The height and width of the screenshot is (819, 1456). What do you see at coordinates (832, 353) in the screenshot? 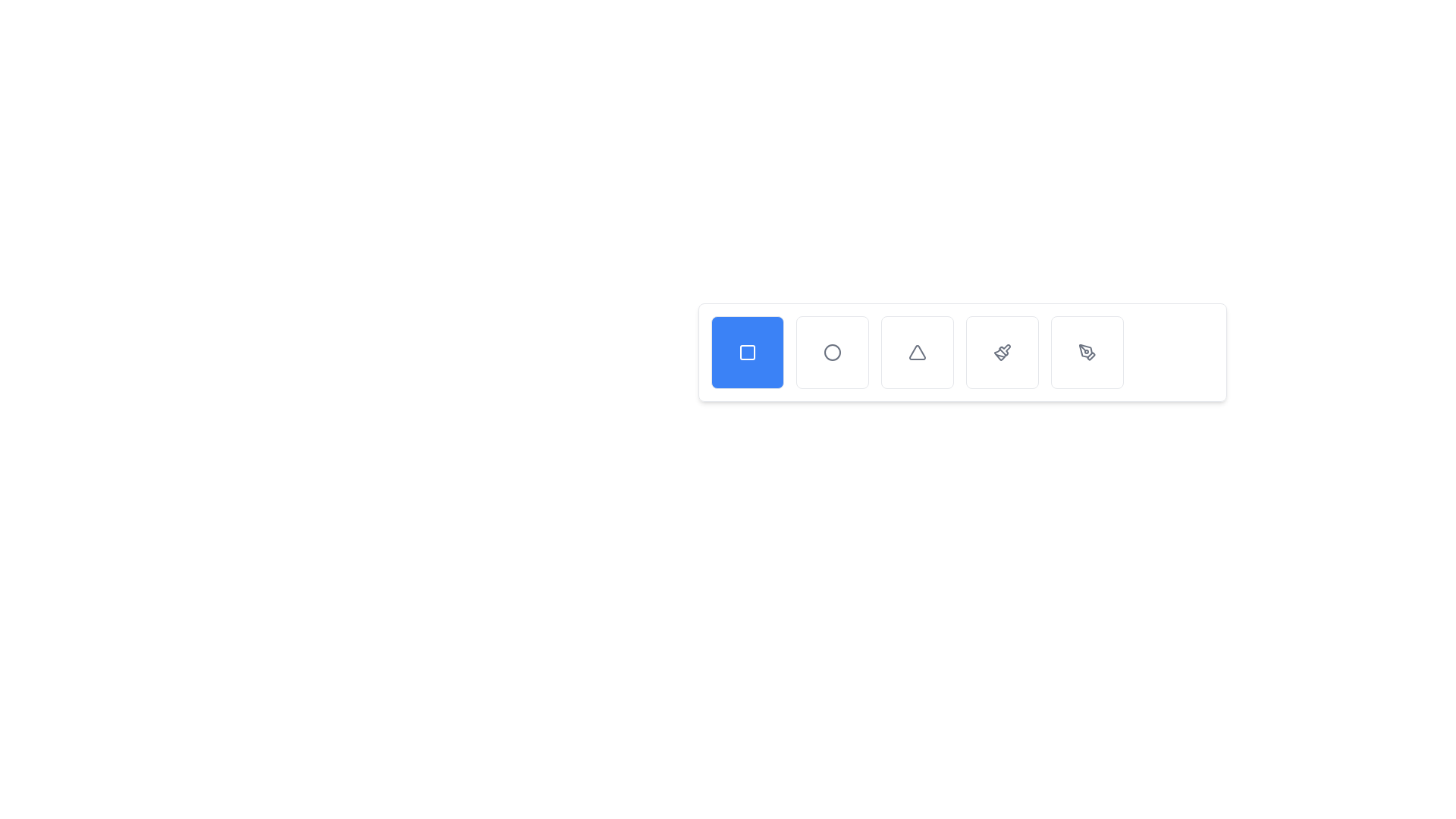
I see `keyboard navigation` at bounding box center [832, 353].